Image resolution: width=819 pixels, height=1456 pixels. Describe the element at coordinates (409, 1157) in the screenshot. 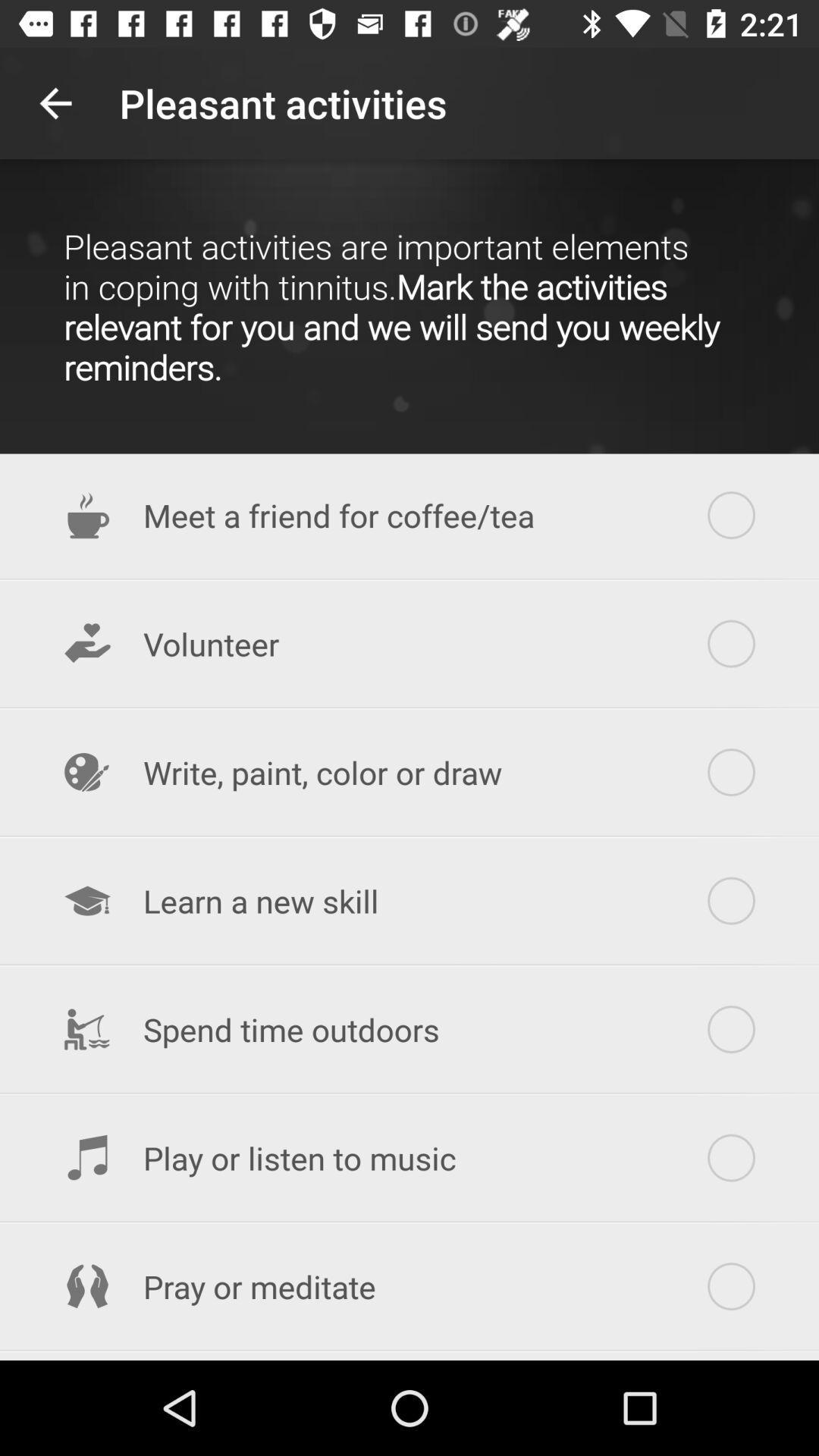

I see `the icon above the pray or meditate item` at that location.